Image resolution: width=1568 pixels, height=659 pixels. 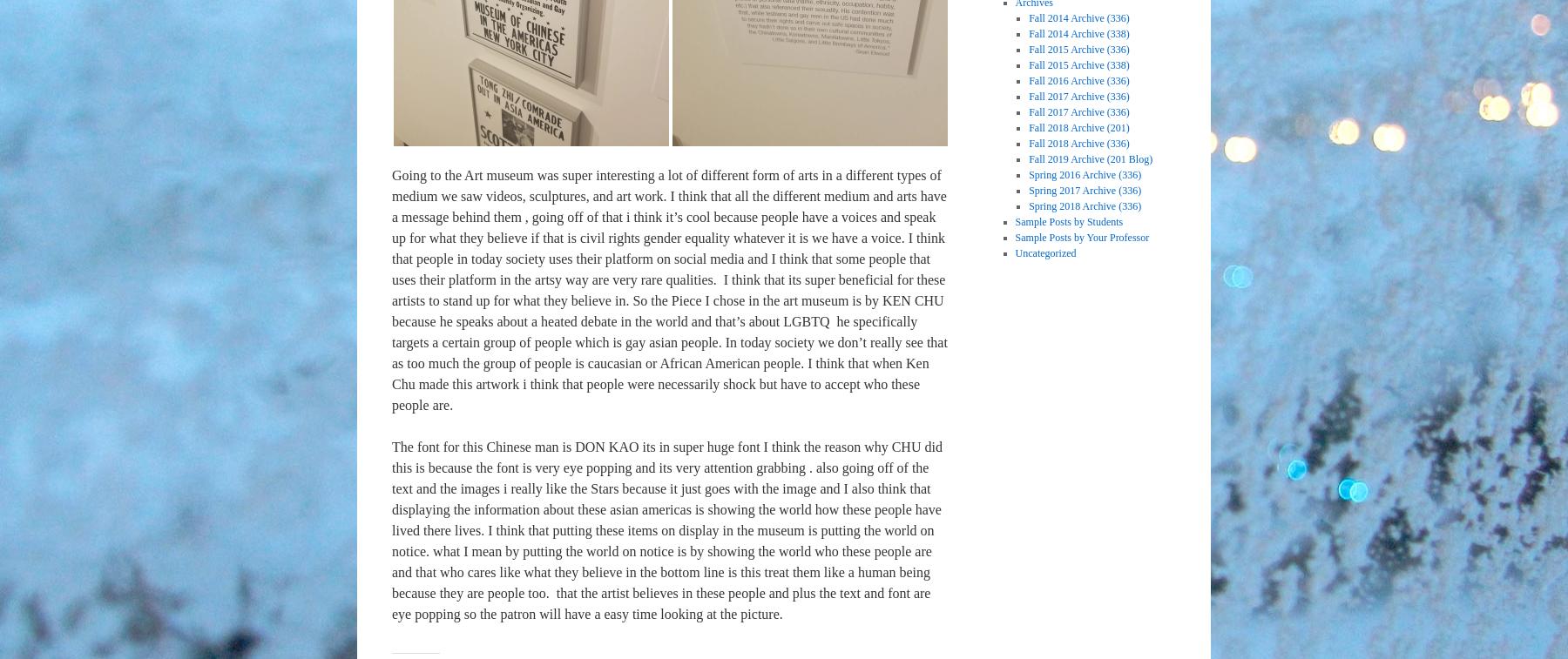 I want to click on 'Fall 2015 Archive (338)', so click(x=1078, y=64).